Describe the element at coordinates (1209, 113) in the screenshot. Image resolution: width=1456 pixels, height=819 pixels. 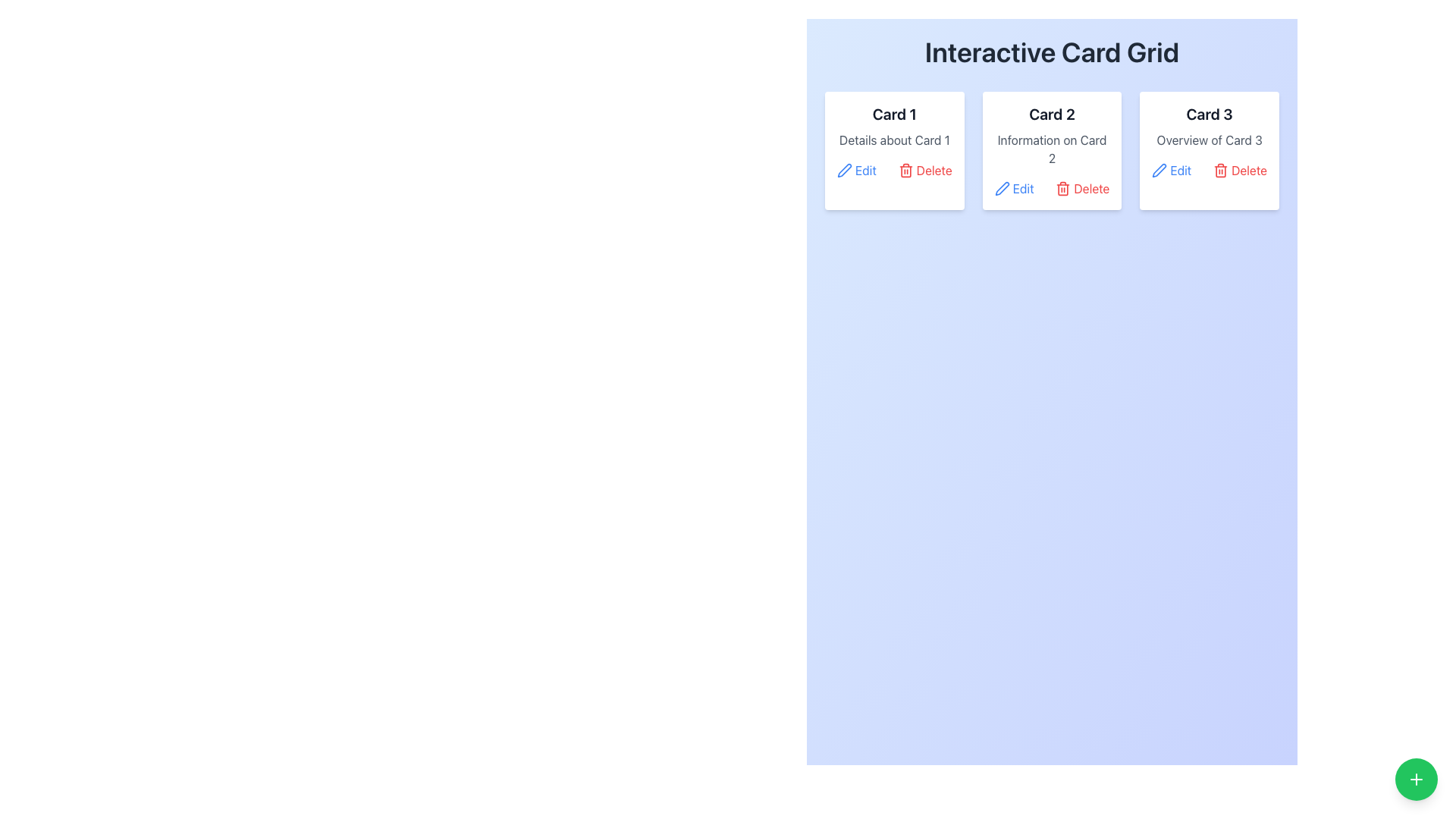
I see `the text label displaying 'Card 3', which is prominently styled with a larger font size and bold weight, located in the top section of the card in the third column of a grid` at that location.